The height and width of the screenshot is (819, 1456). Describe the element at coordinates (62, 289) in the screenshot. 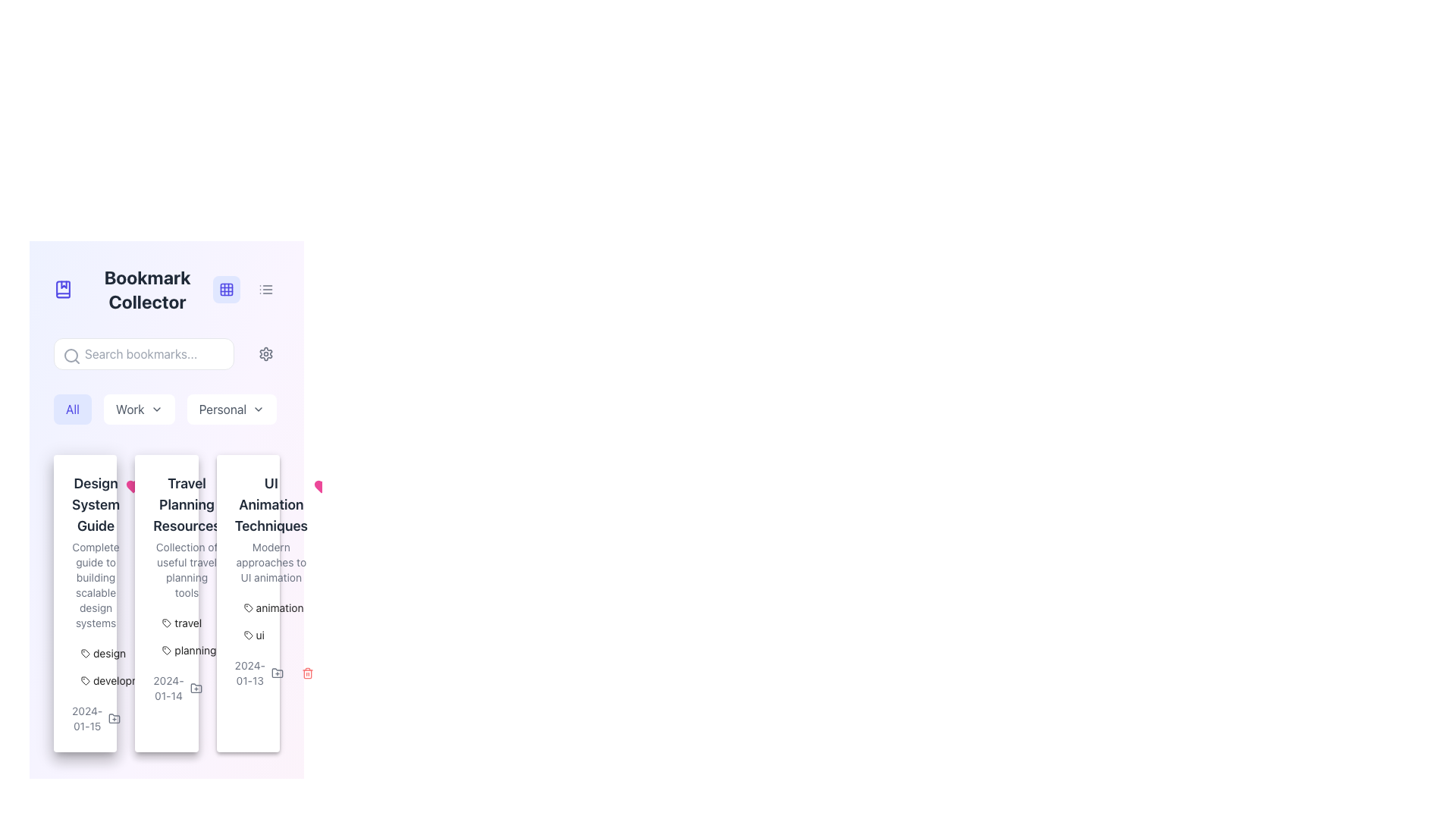

I see `the bookmarking icon located at the top-left corner of the display, next to the 'Bookmark Collector' text` at that location.